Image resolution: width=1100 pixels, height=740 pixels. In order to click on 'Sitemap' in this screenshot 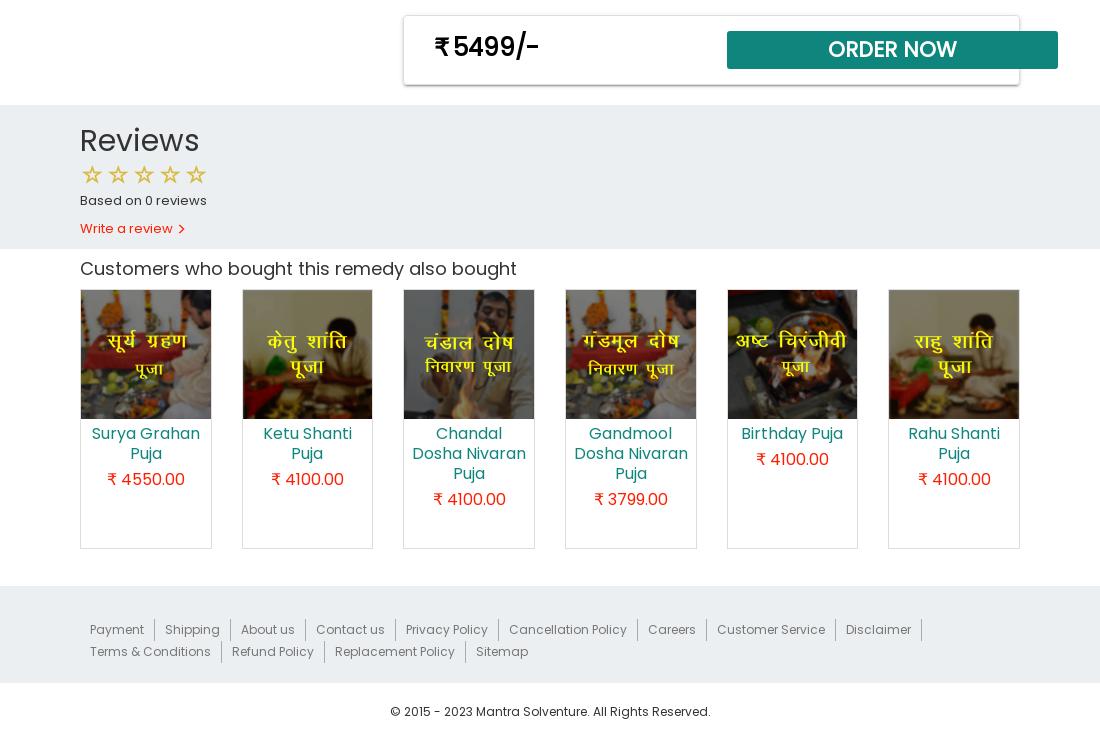, I will do `click(502, 651)`.